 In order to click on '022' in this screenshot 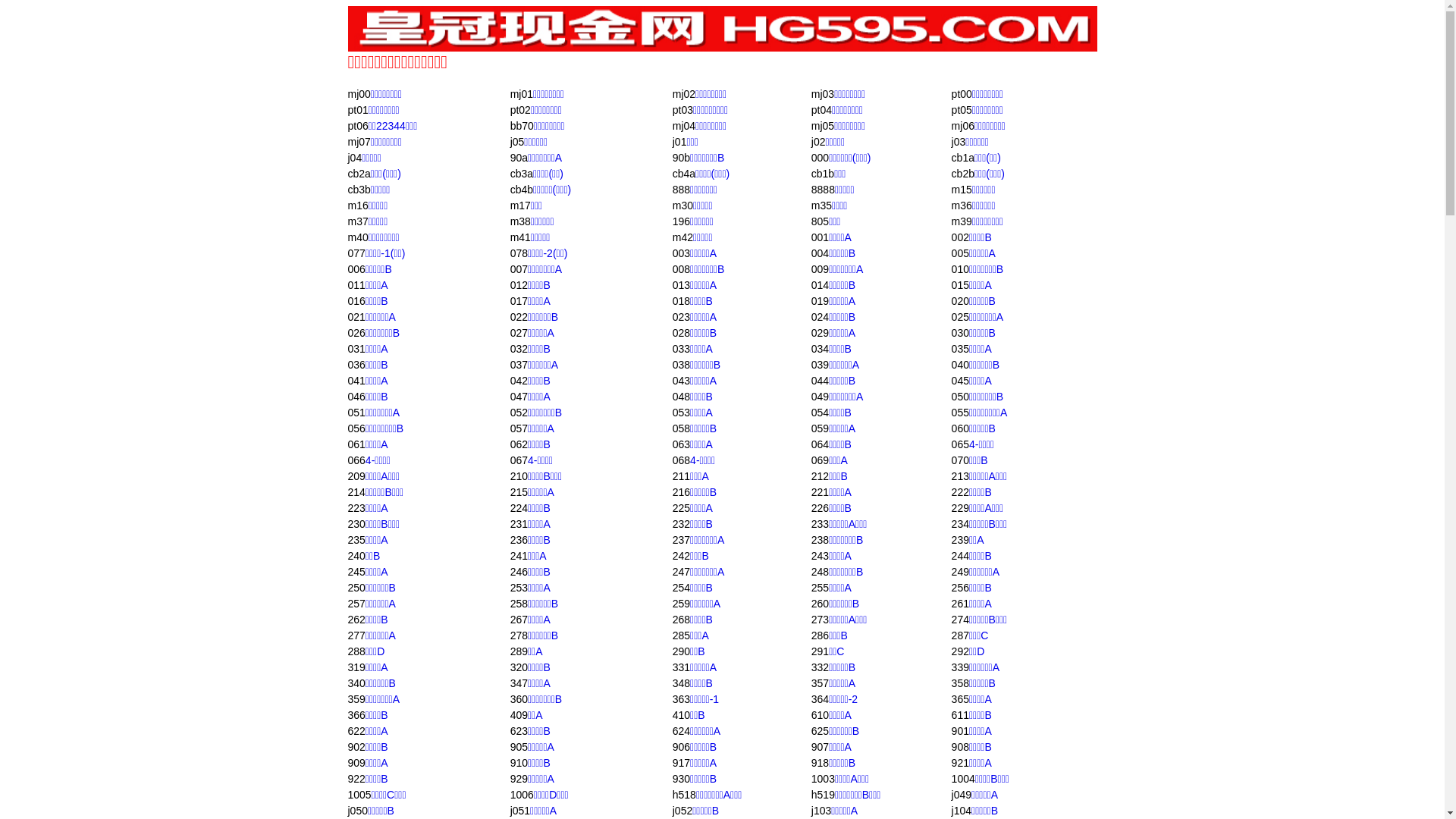, I will do `click(519, 315)`.